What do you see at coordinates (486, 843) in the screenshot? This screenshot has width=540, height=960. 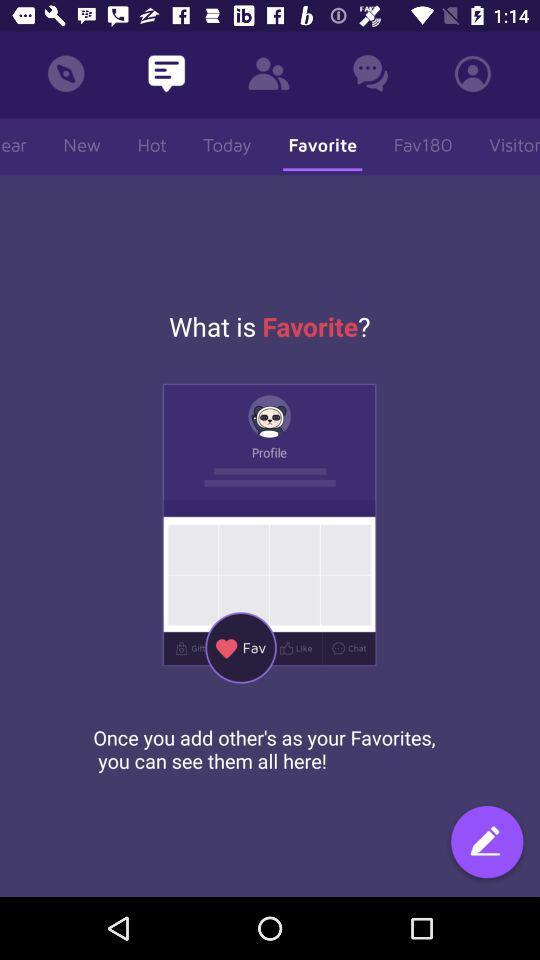 I see `the icon at the bottom right corner` at bounding box center [486, 843].